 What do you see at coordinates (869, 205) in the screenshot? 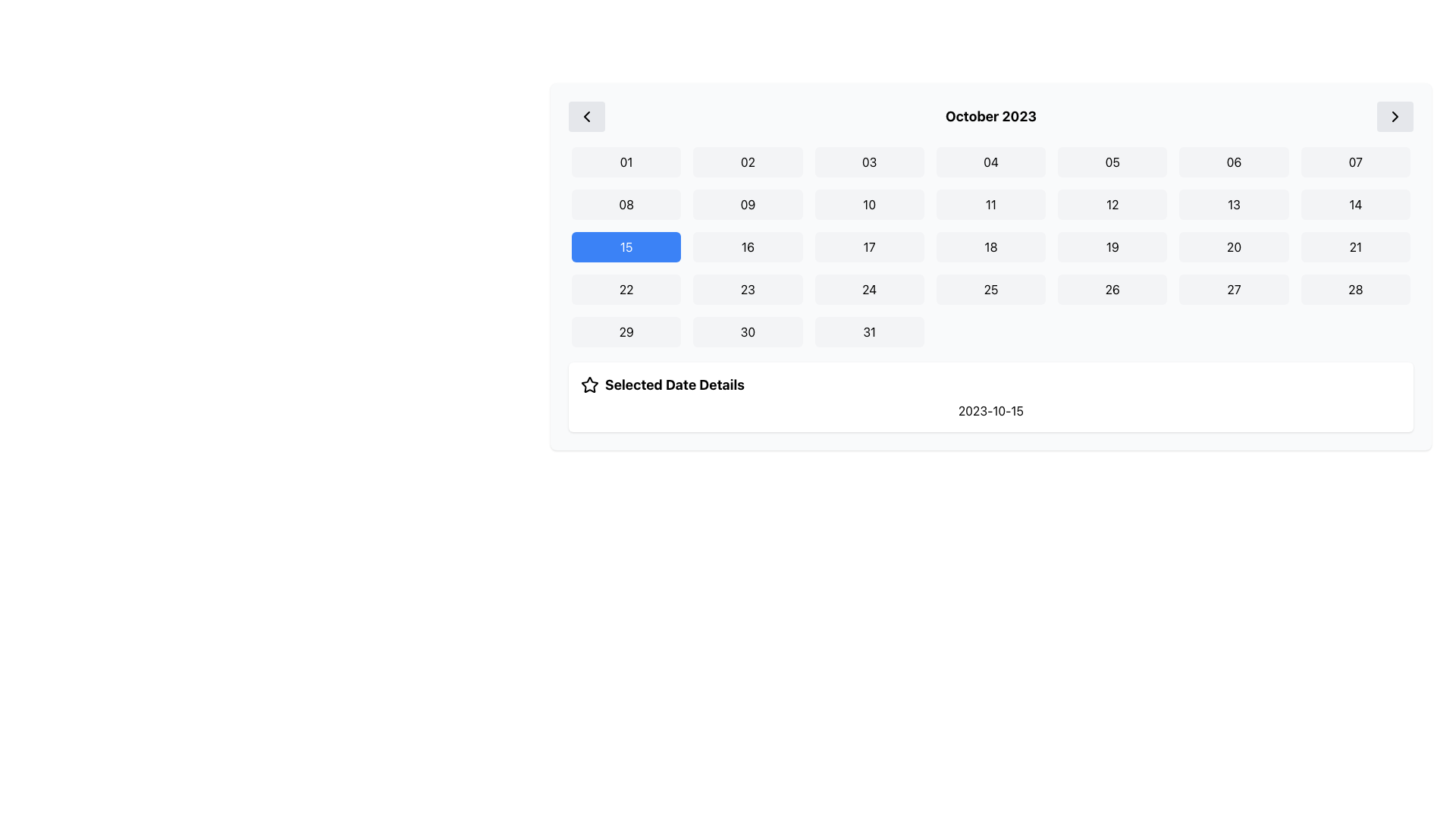
I see `the square button with rounded corners, light gray background, and bold black text '10'` at bounding box center [869, 205].